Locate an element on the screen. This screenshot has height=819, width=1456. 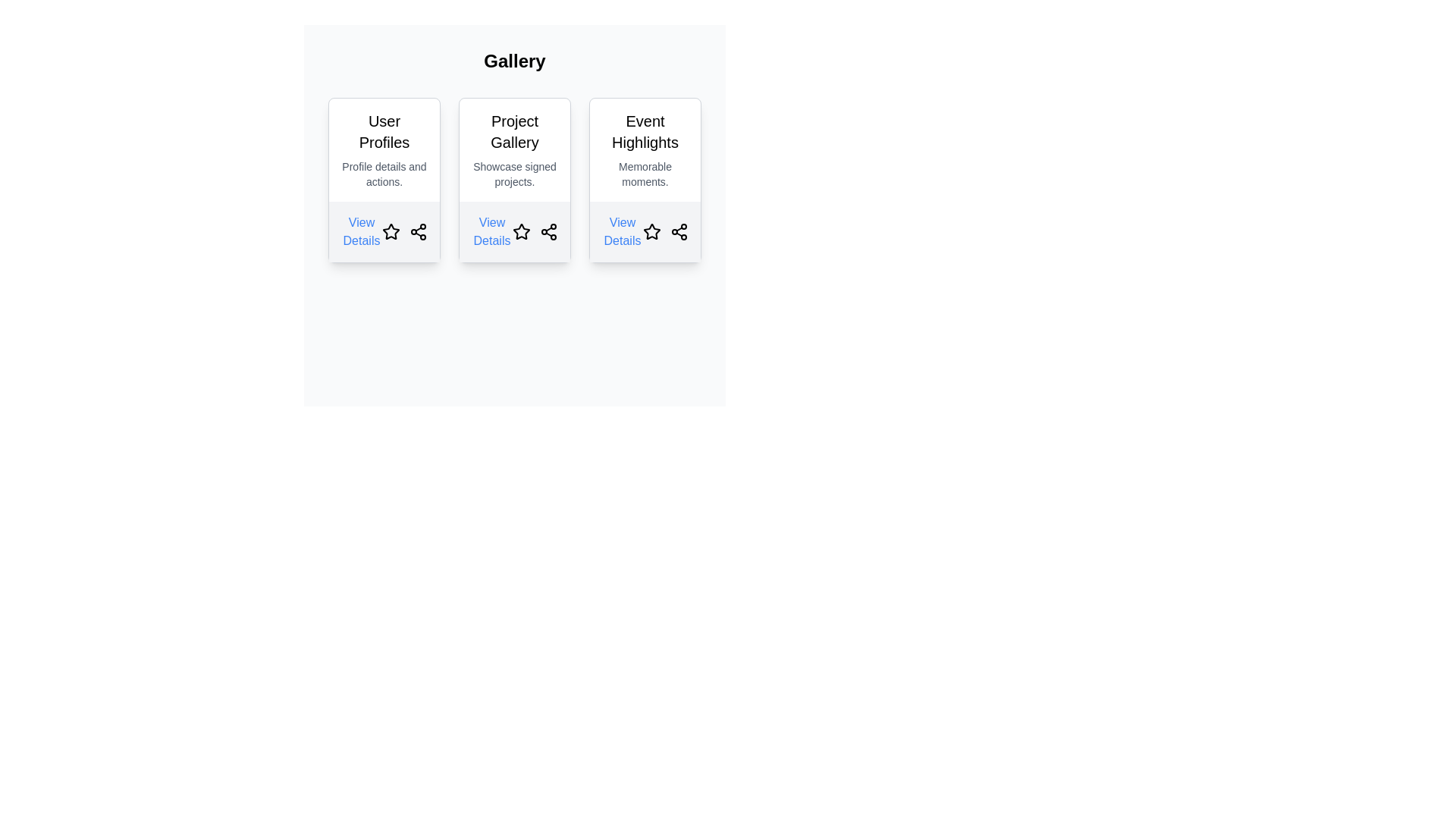
the Textual content block displaying the category heading 'Project Gallery' and its description 'Showcase signed projects.' located in the middle card under the card grouping labeled 'Gallery' is located at coordinates (514, 149).